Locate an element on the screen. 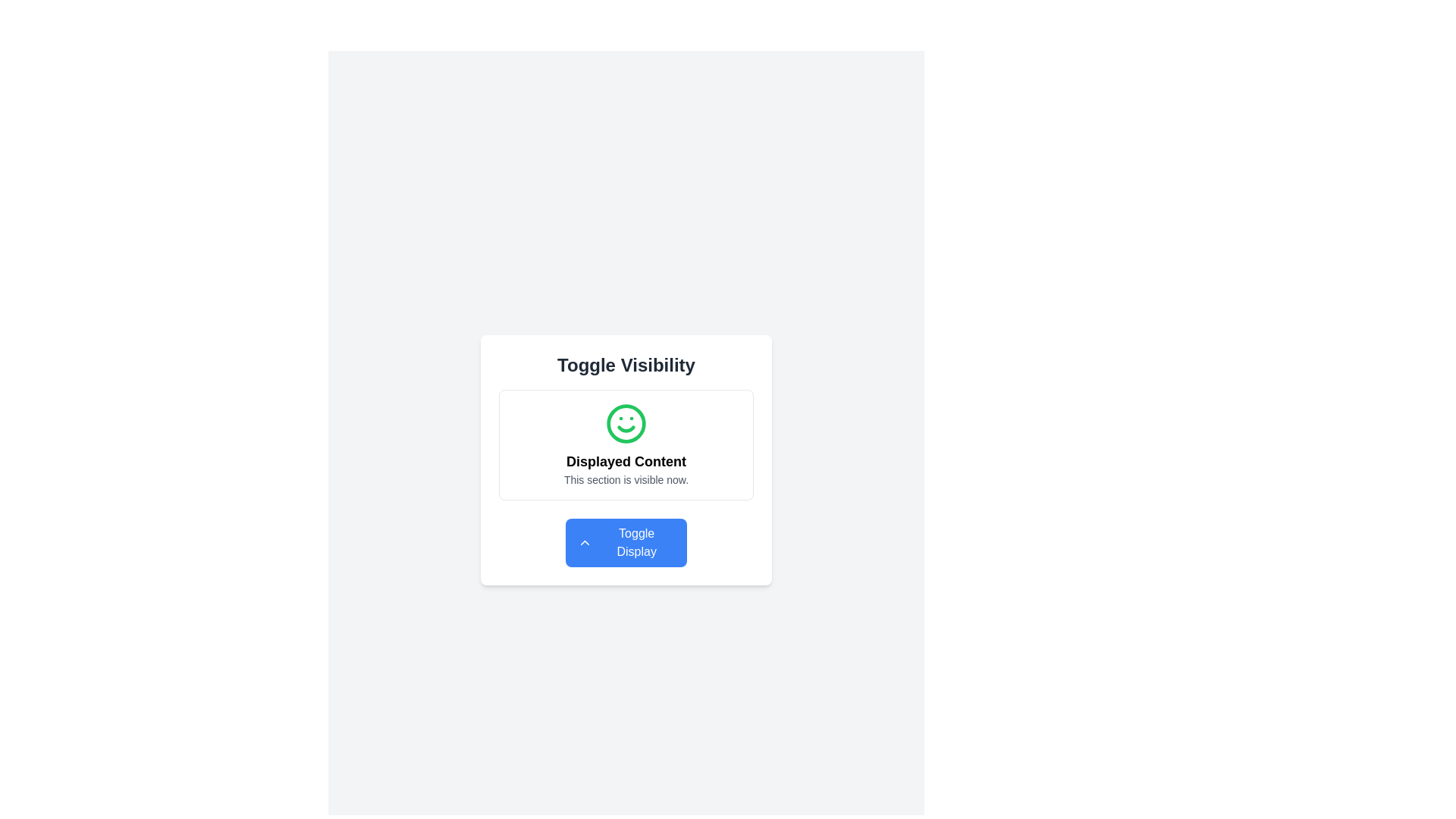 Image resolution: width=1456 pixels, height=819 pixels. the circular green smiley face icon located centrally above the text 'Displayed Content' and 'This section is visible now.' is located at coordinates (626, 424).